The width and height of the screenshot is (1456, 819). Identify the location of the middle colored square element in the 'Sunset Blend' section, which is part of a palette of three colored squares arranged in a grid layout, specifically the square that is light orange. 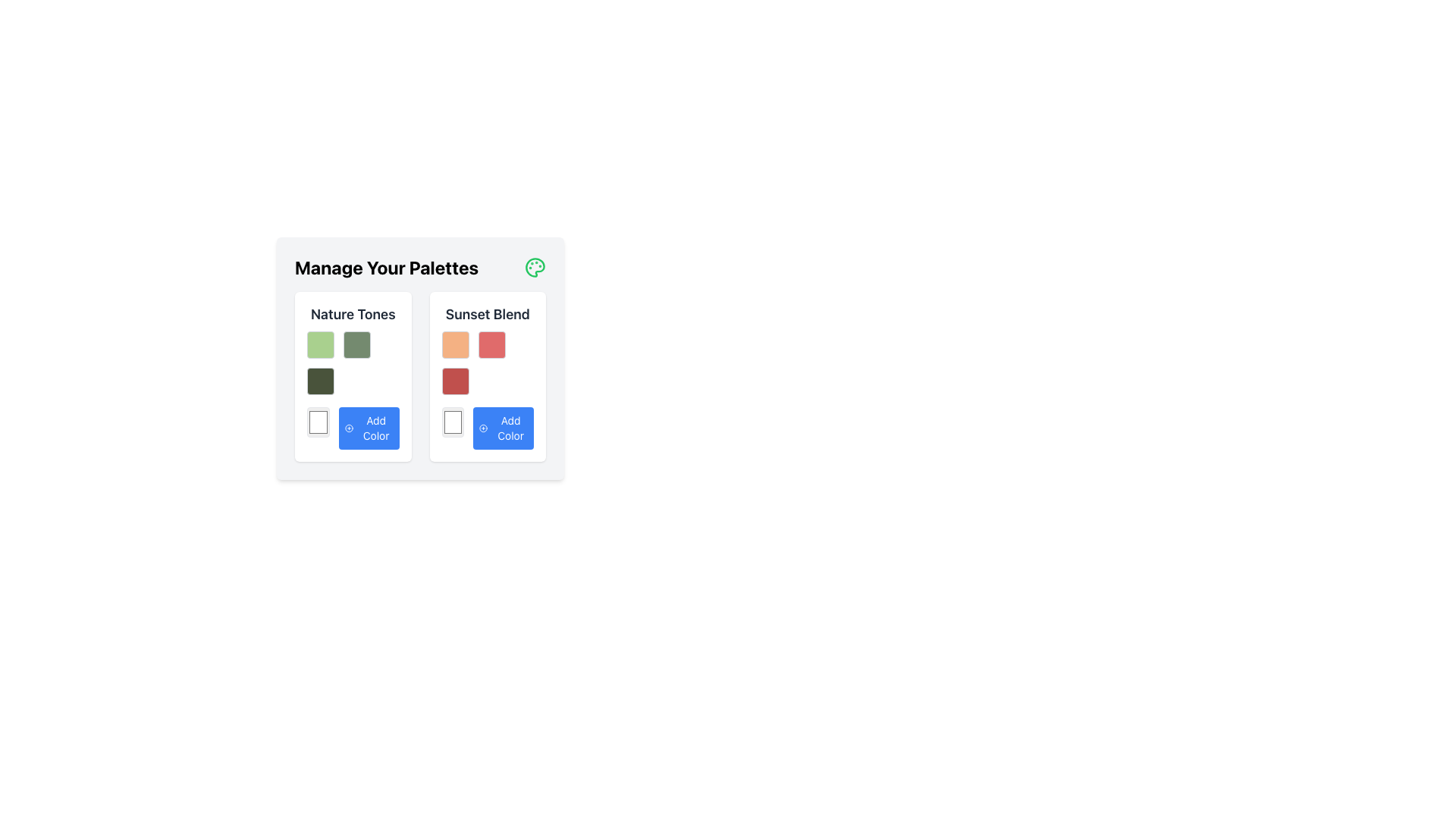
(488, 362).